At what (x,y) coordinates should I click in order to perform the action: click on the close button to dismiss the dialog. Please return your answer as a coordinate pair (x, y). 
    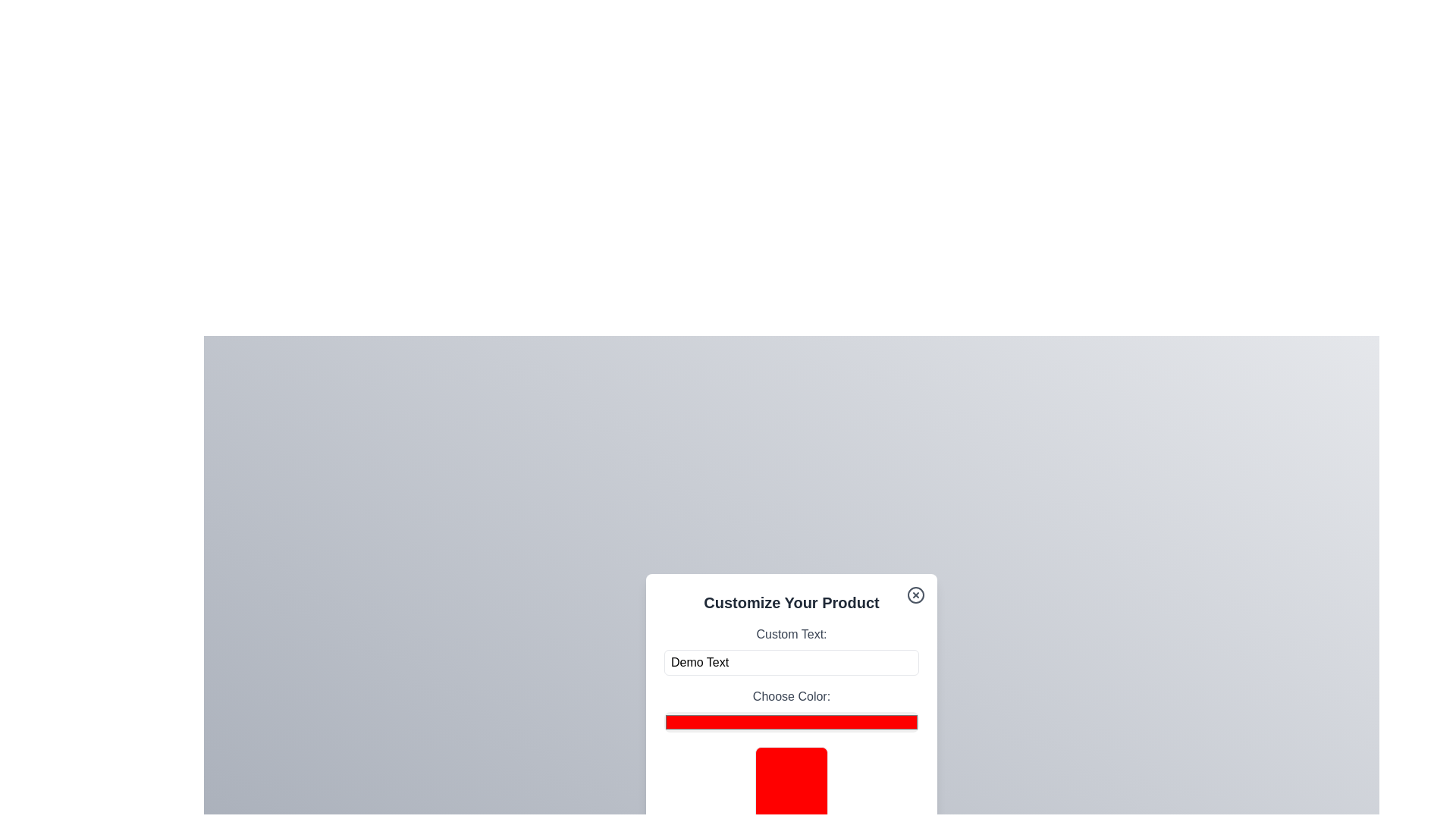
    Looking at the image, I should click on (915, 595).